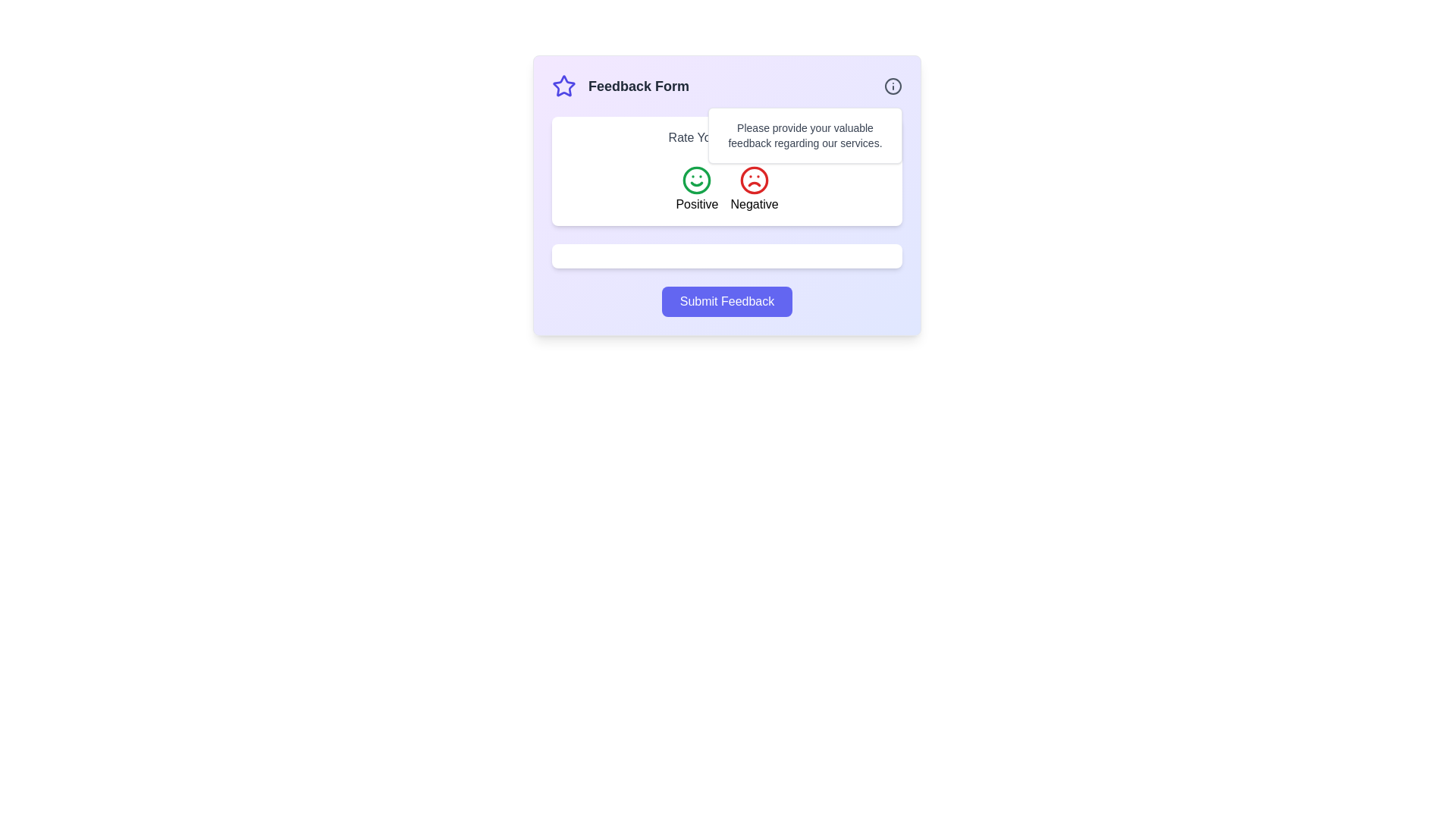 This screenshot has height=819, width=1456. What do you see at coordinates (754, 180) in the screenshot?
I see `the red frowning face icon` at bounding box center [754, 180].